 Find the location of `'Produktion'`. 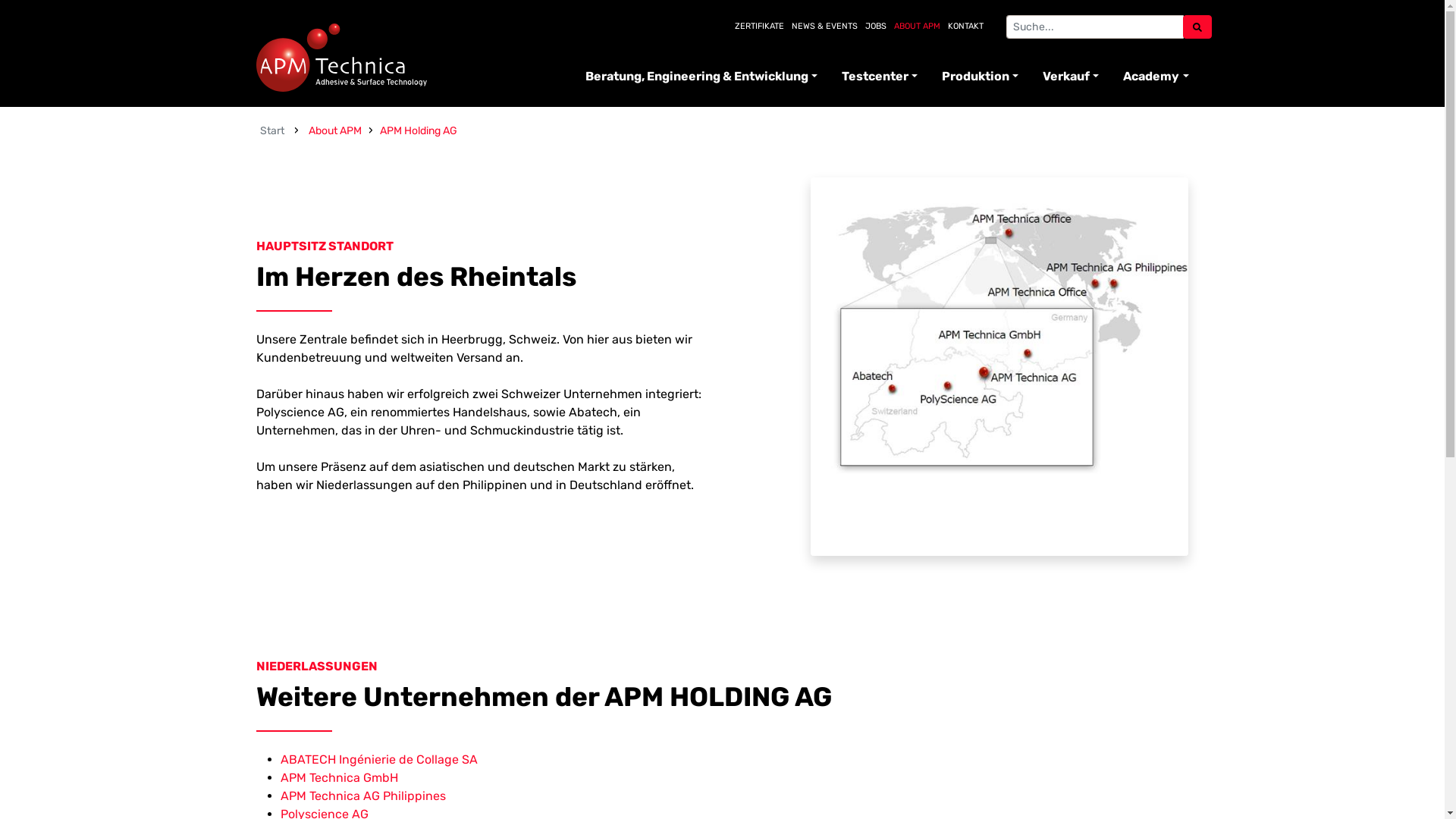

'Produktion' is located at coordinates (928, 76).